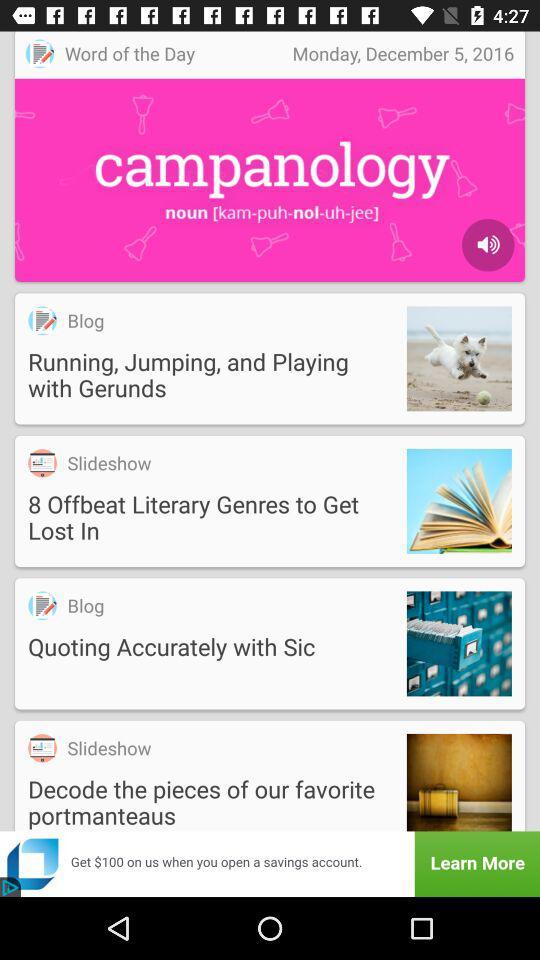 The height and width of the screenshot is (960, 540). What do you see at coordinates (270, 863) in the screenshot?
I see `get 100 on us when you open a savings account learn more` at bounding box center [270, 863].